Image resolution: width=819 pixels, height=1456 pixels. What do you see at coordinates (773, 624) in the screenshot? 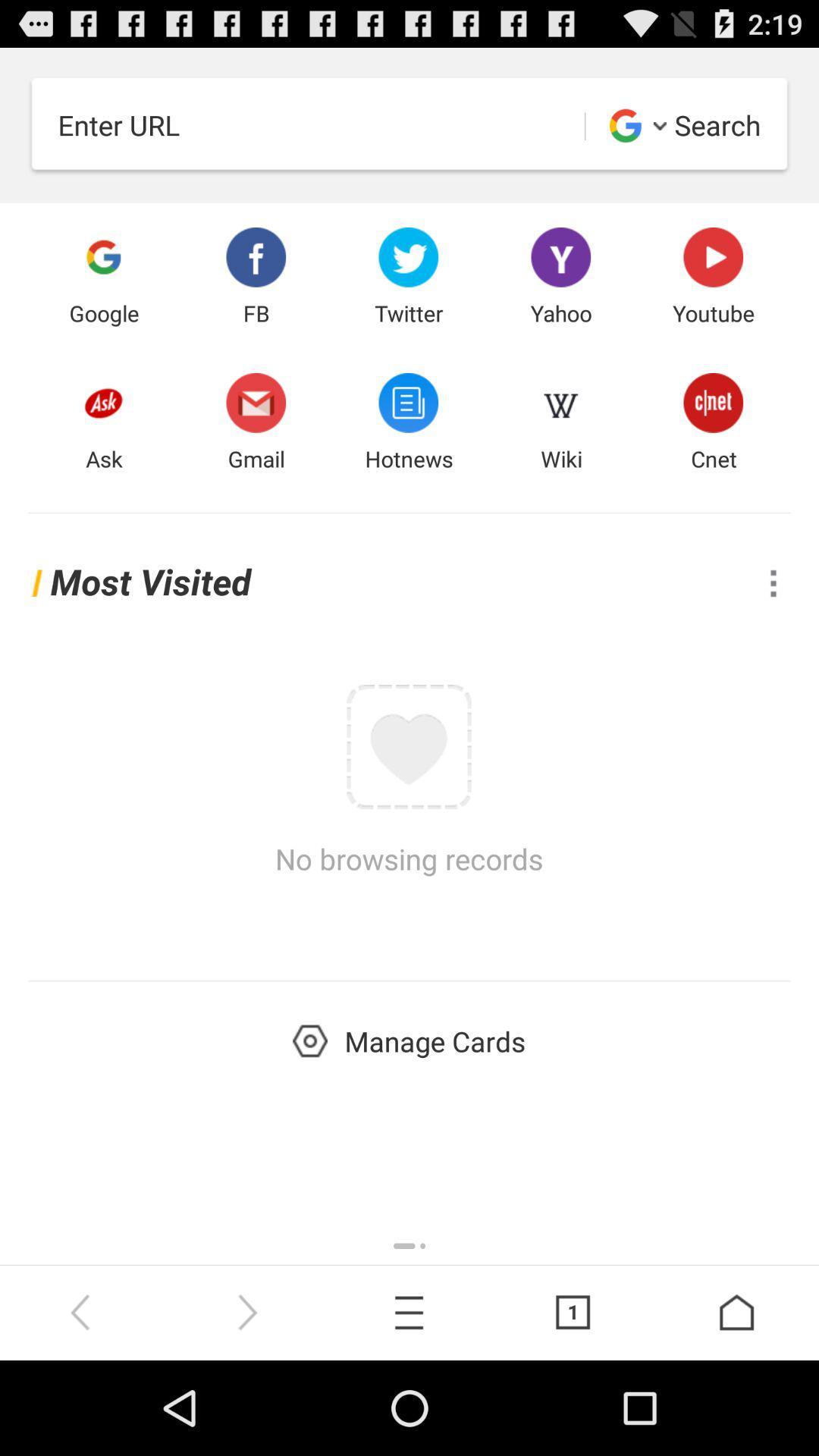
I see `the more icon` at bounding box center [773, 624].